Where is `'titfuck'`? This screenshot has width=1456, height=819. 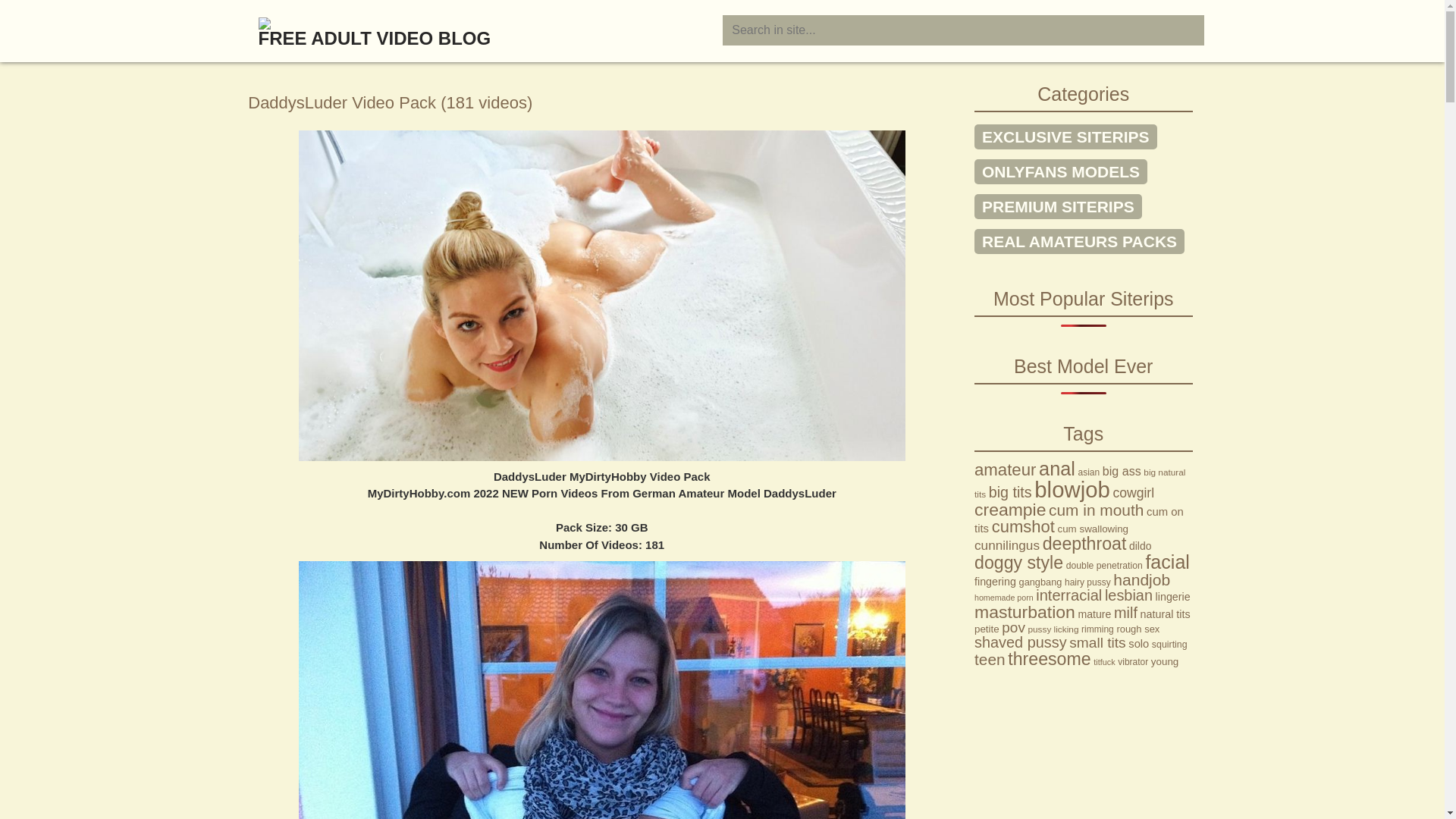 'titfuck' is located at coordinates (1093, 661).